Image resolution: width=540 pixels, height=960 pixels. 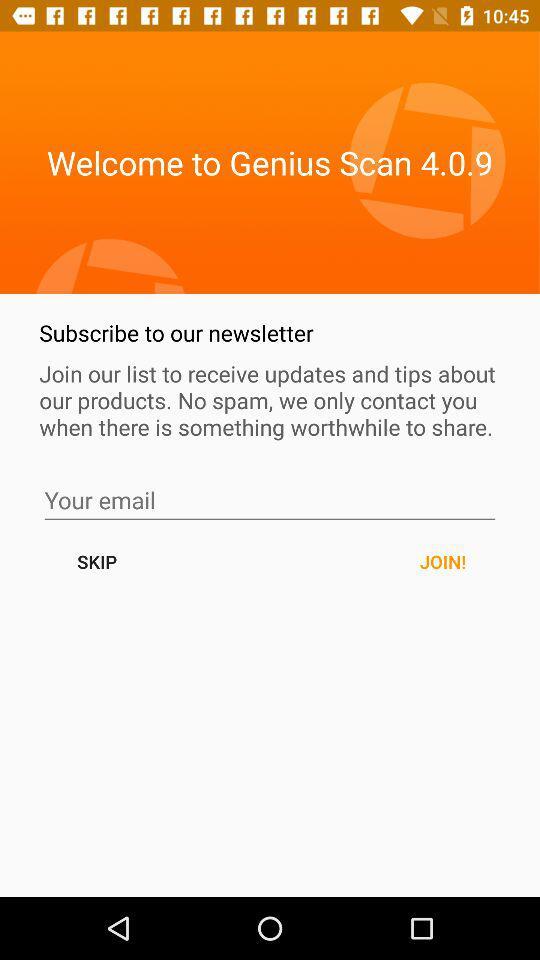 What do you see at coordinates (442, 561) in the screenshot?
I see `the button next to skip icon` at bounding box center [442, 561].